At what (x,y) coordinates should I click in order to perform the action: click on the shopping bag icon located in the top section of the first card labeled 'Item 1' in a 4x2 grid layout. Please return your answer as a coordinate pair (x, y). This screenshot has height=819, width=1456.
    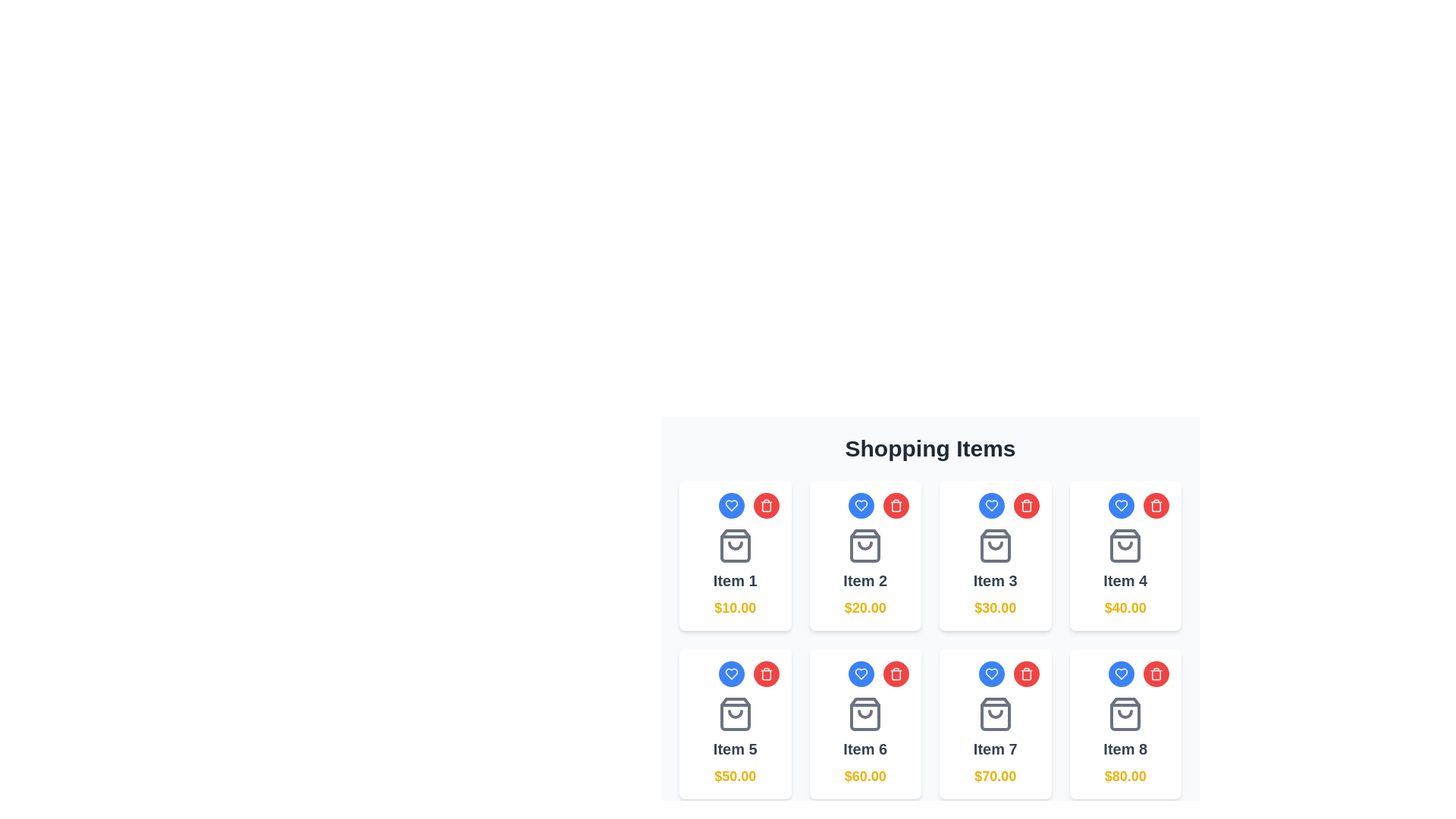
    Looking at the image, I should click on (735, 546).